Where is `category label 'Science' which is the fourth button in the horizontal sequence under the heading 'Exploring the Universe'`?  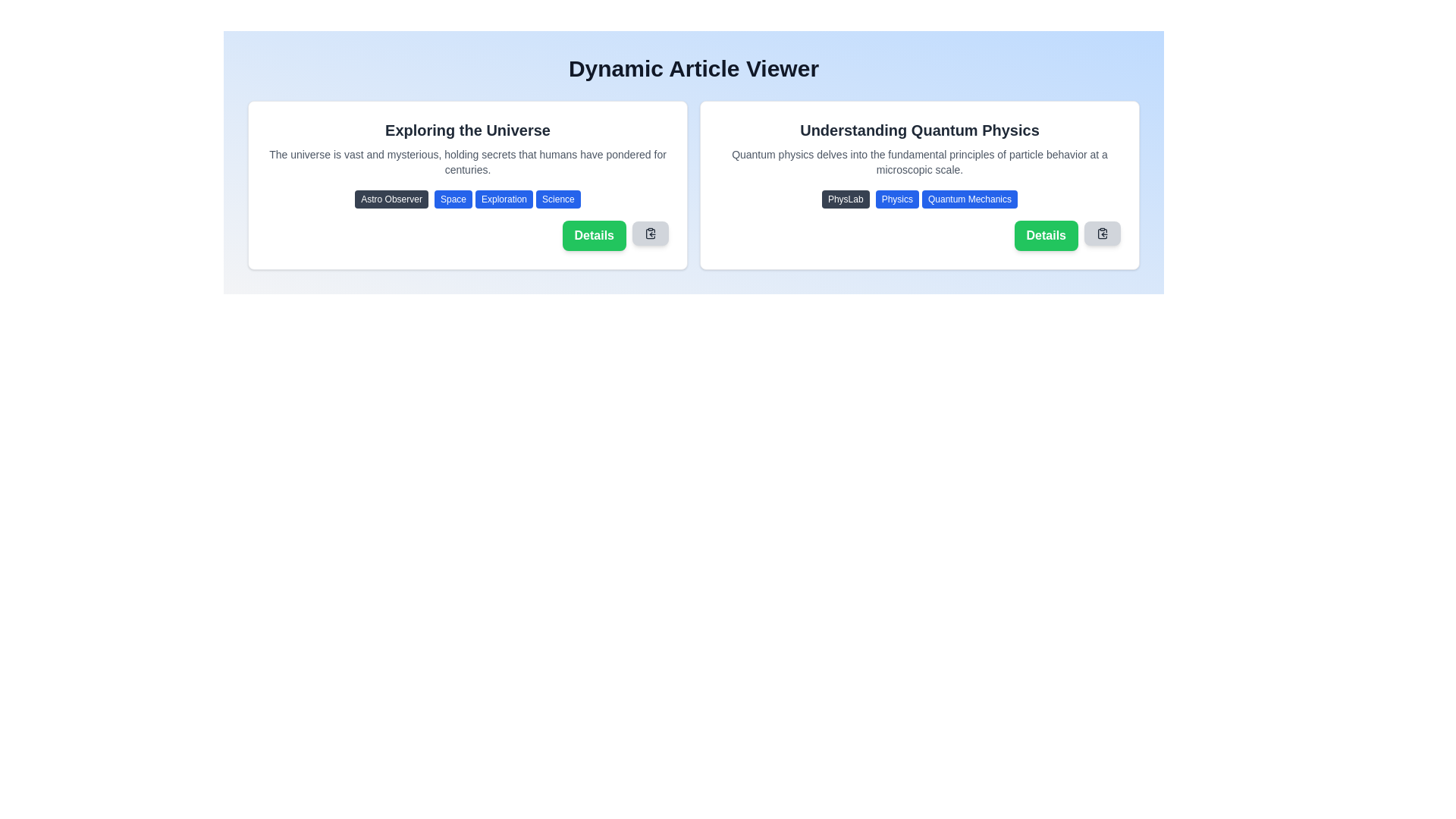 category label 'Science' which is the fourth button in the horizontal sequence under the heading 'Exploring the Universe' is located at coordinates (557, 198).